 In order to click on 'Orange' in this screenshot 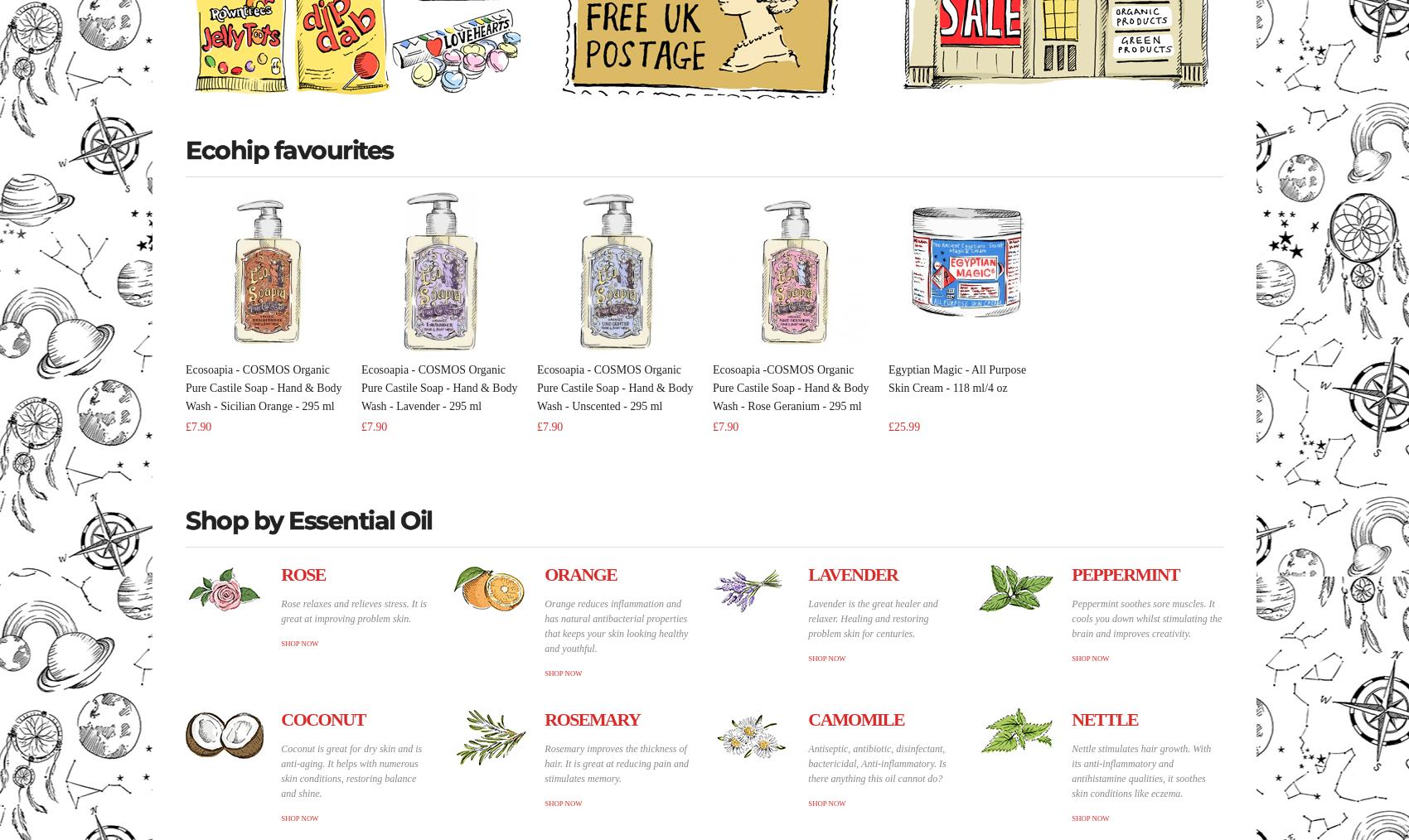, I will do `click(580, 573)`.